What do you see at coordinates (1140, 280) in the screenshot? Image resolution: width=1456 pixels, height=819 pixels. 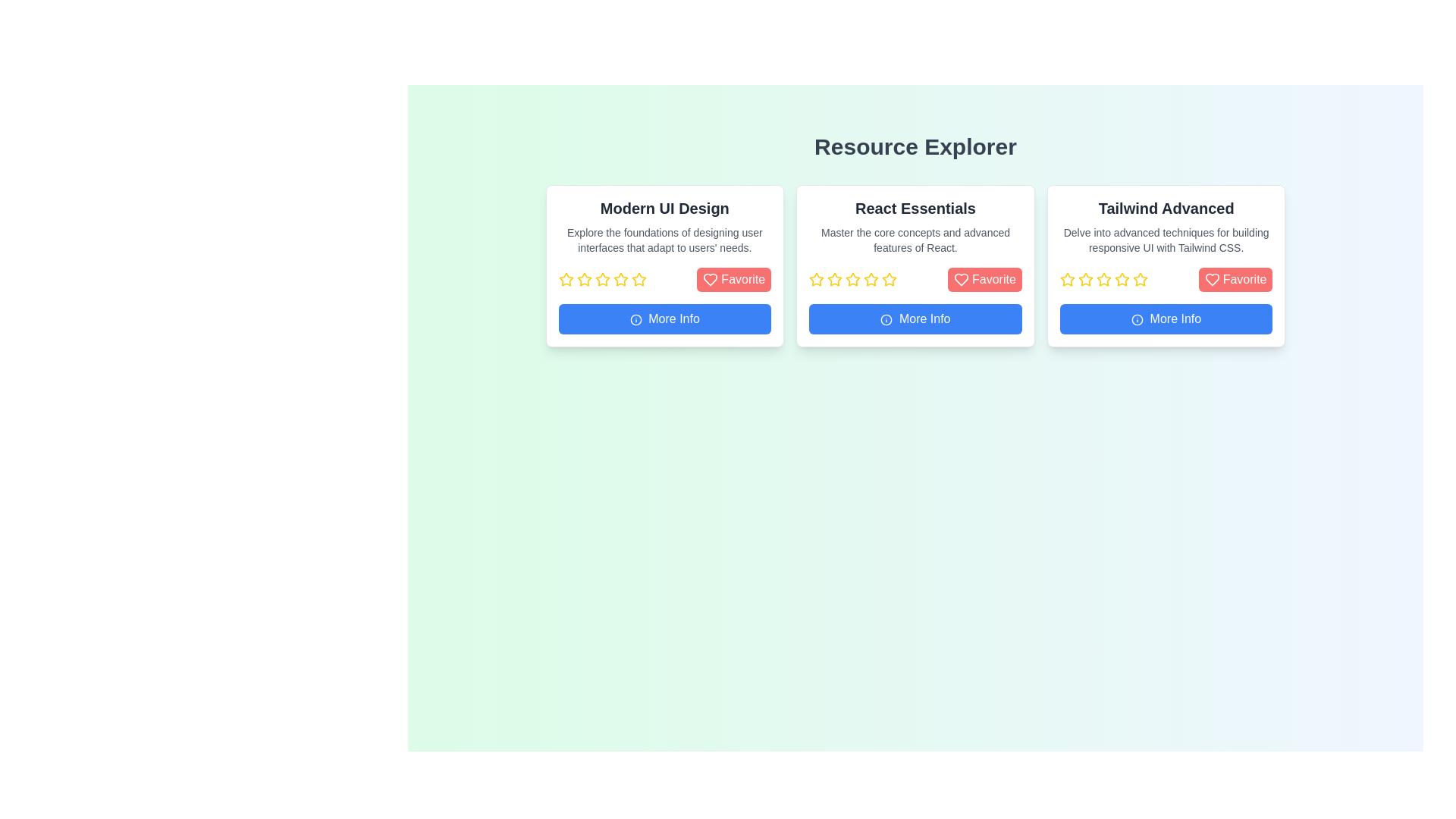 I see `the yellow star icon, which is the last (5th) star in the rating system of the 'Tailwind Advanced' section, to provide a rating` at bounding box center [1140, 280].